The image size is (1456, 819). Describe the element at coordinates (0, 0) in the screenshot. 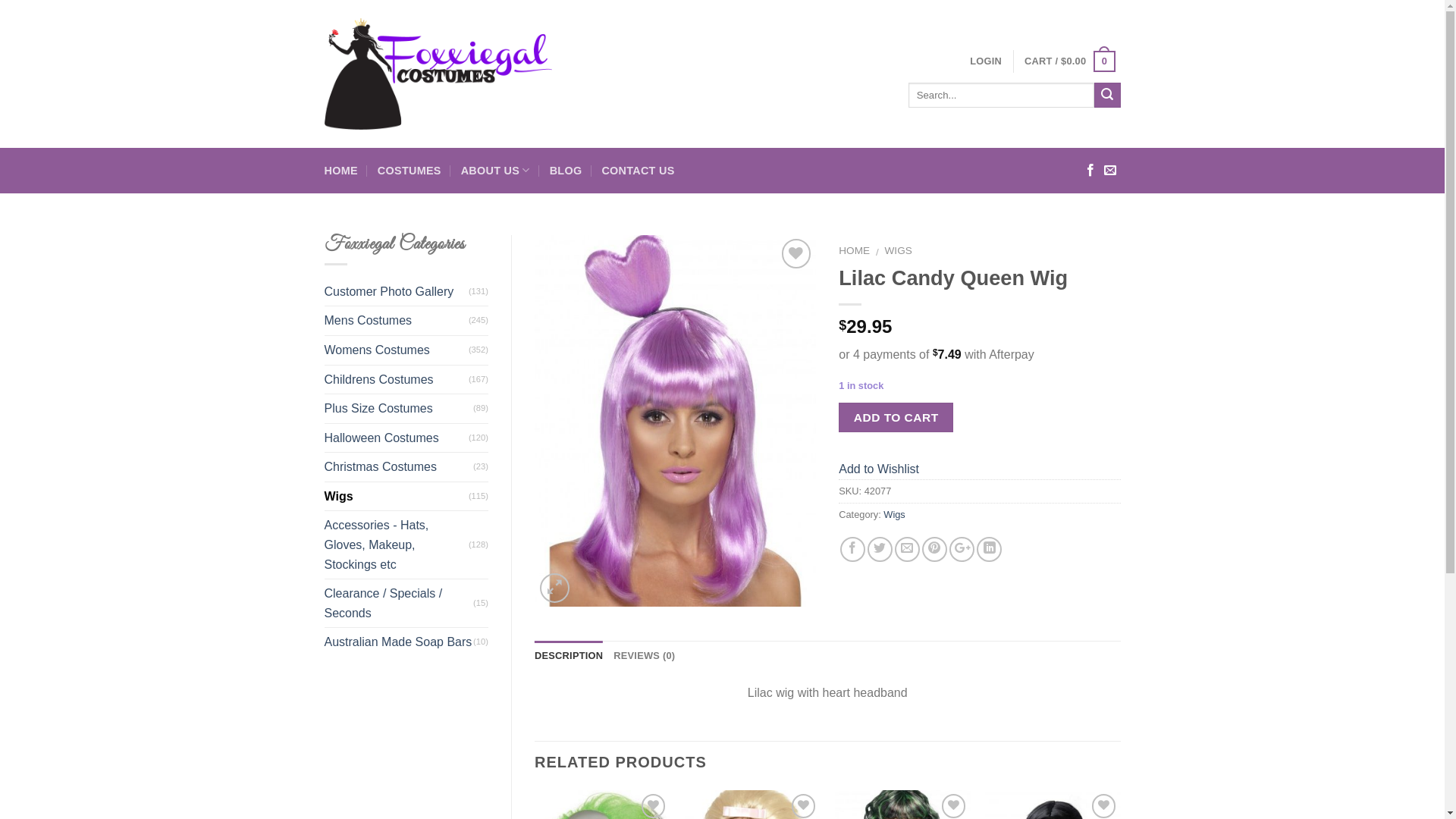

I see `'Skip to content'` at that location.